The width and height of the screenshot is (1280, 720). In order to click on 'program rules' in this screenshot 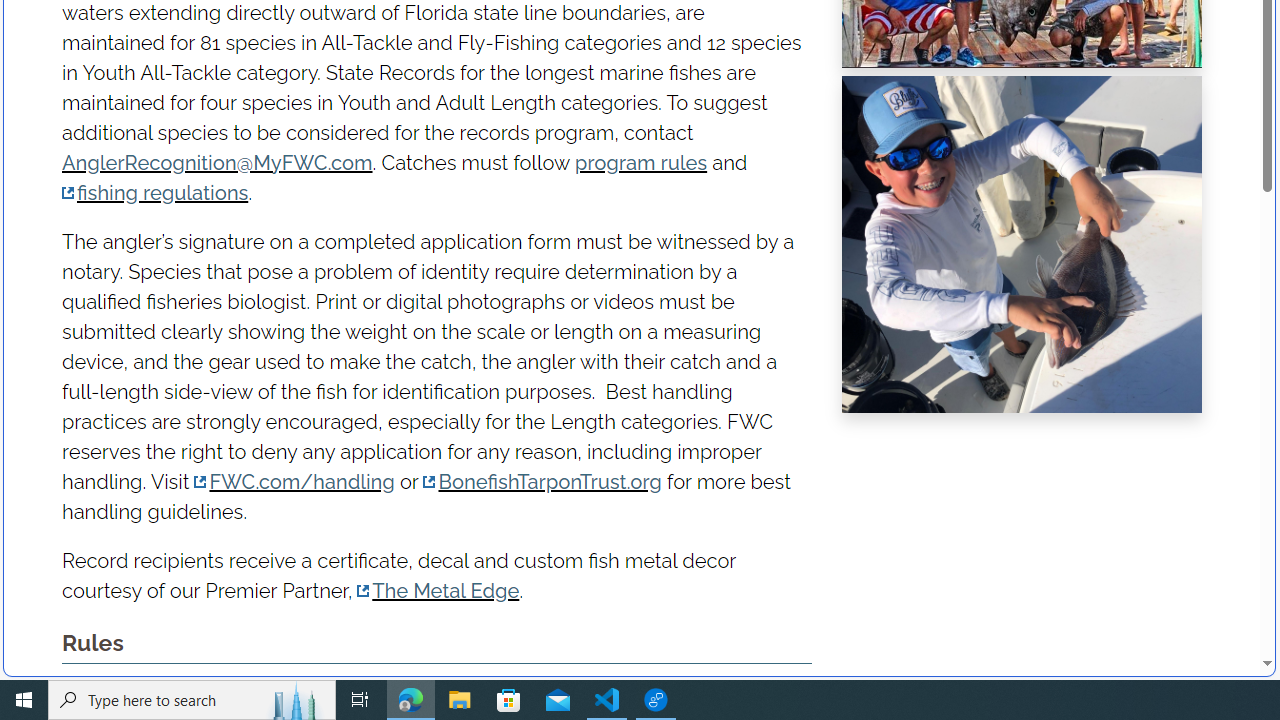, I will do `click(640, 161)`.